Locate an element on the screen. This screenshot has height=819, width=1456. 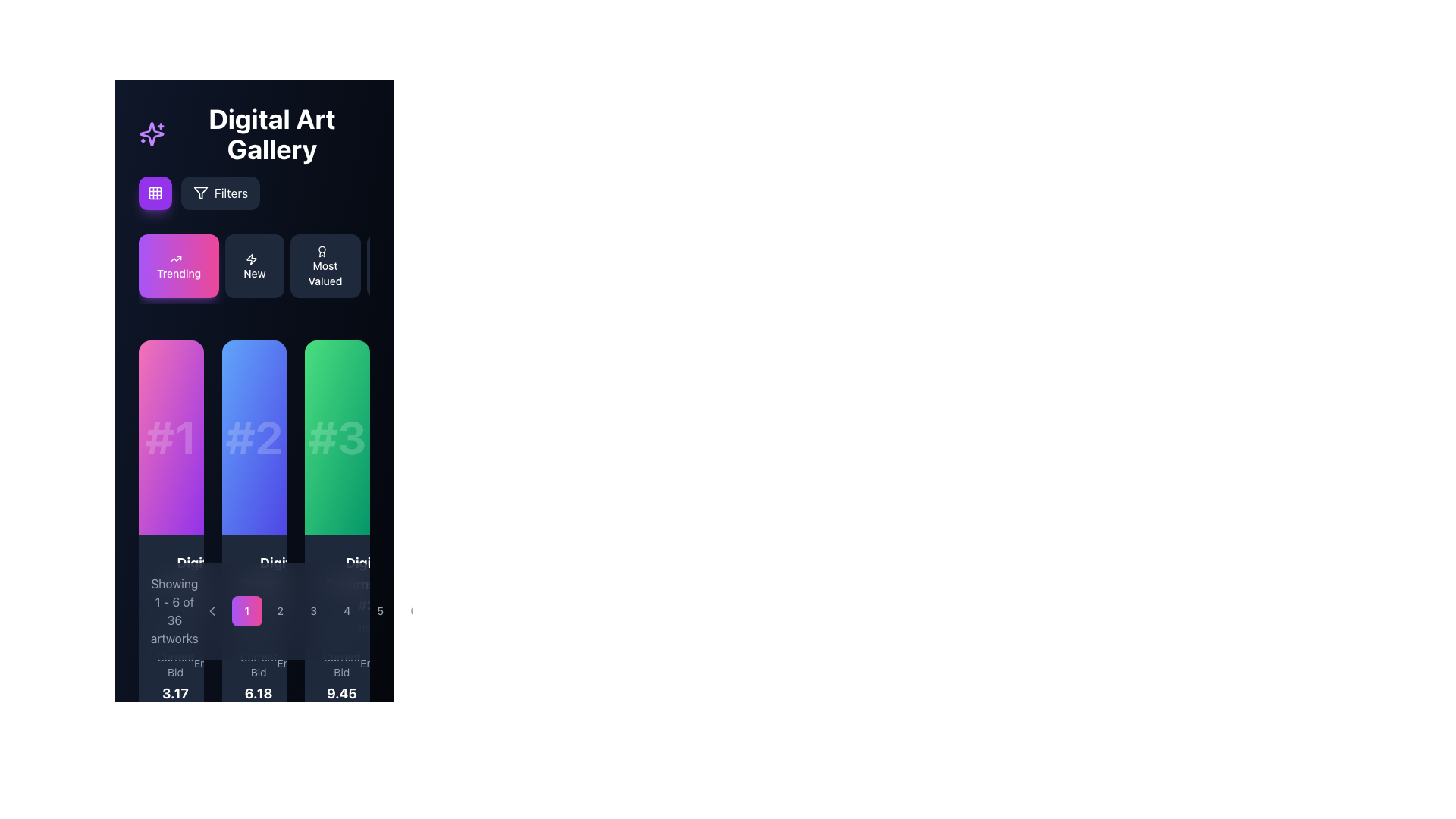
the static text label that informs the user of the range of items displayed, located slightly left of center in a sticky footer at the bottom of the page is located at coordinates (174, 610).